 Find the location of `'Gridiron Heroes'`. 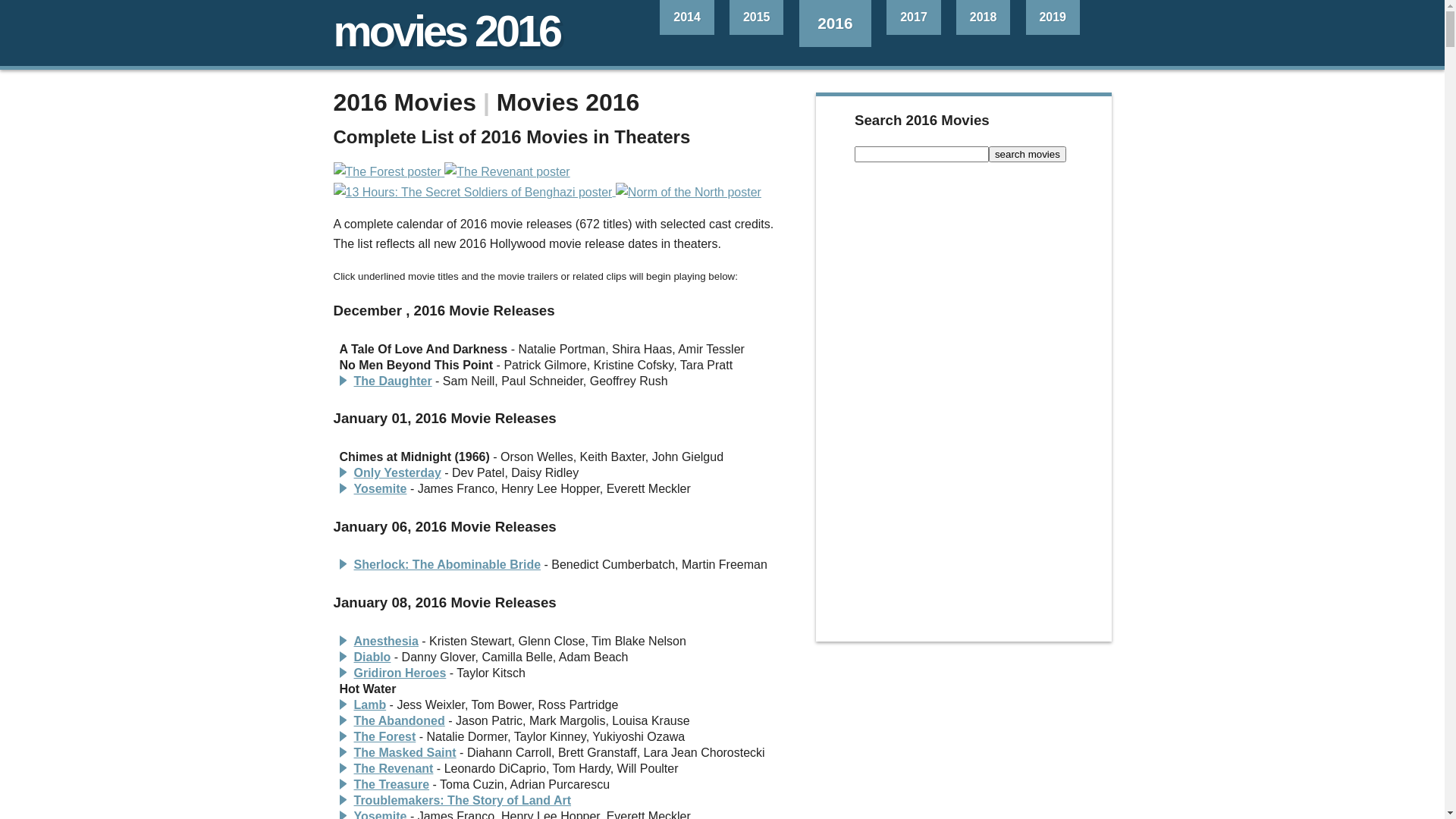

'Gridiron Heroes' is located at coordinates (352, 672).